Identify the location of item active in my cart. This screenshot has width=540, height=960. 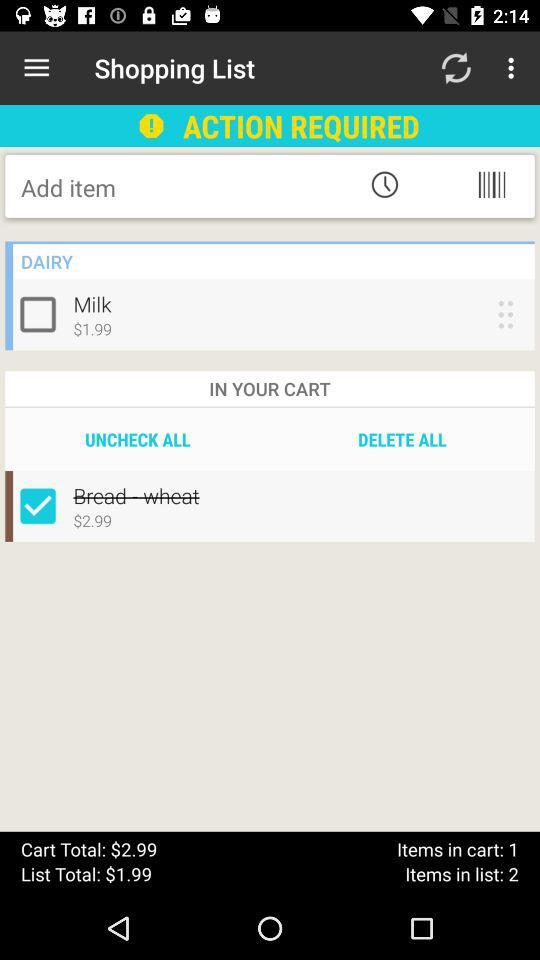
(42, 505).